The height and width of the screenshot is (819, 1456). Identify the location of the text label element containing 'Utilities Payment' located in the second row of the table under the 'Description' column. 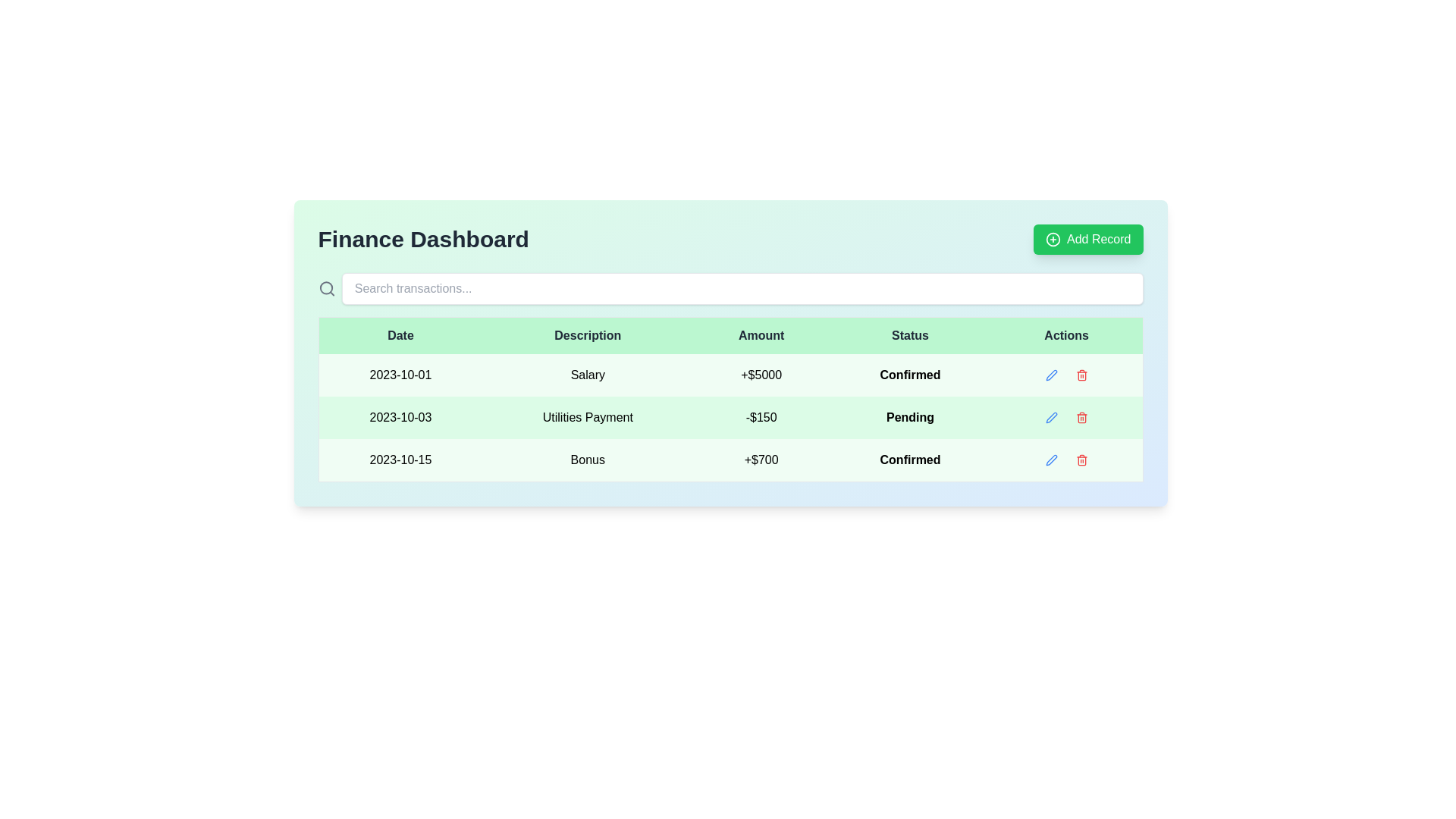
(587, 418).